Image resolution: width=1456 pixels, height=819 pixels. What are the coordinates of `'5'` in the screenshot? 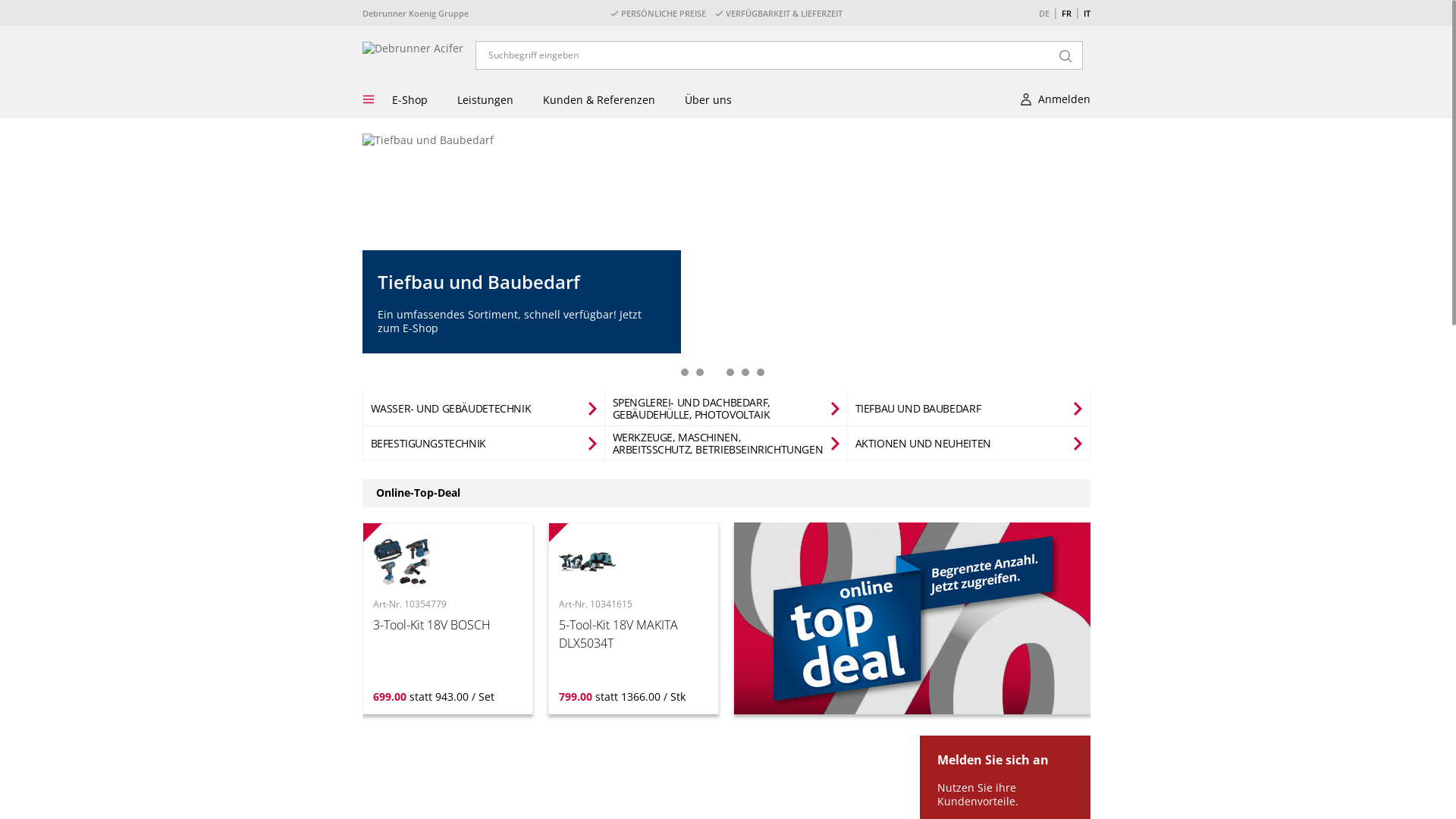 It's located at (745, 372).